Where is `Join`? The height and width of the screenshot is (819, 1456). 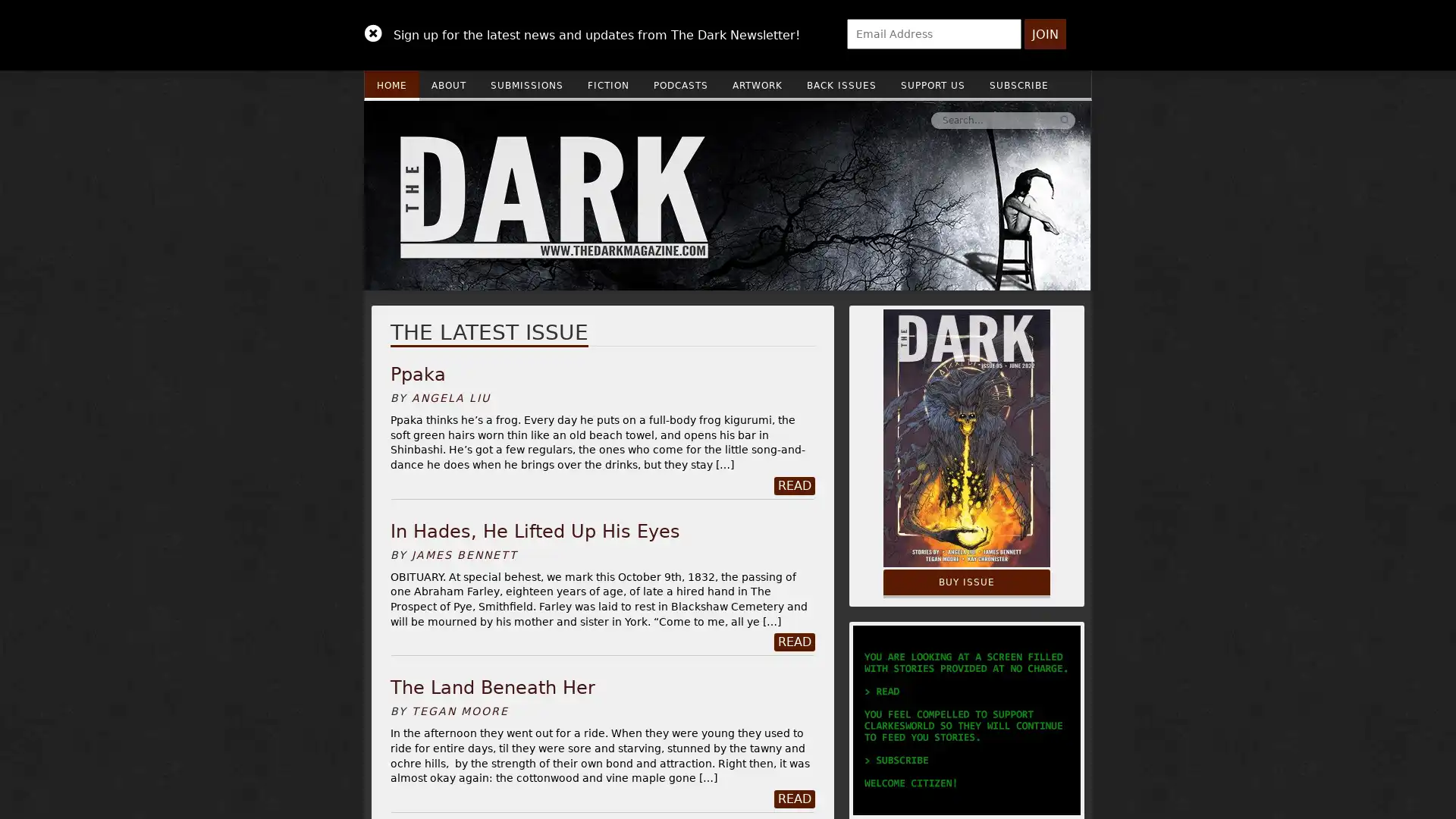 Join is located at coordinates (1044, 34).